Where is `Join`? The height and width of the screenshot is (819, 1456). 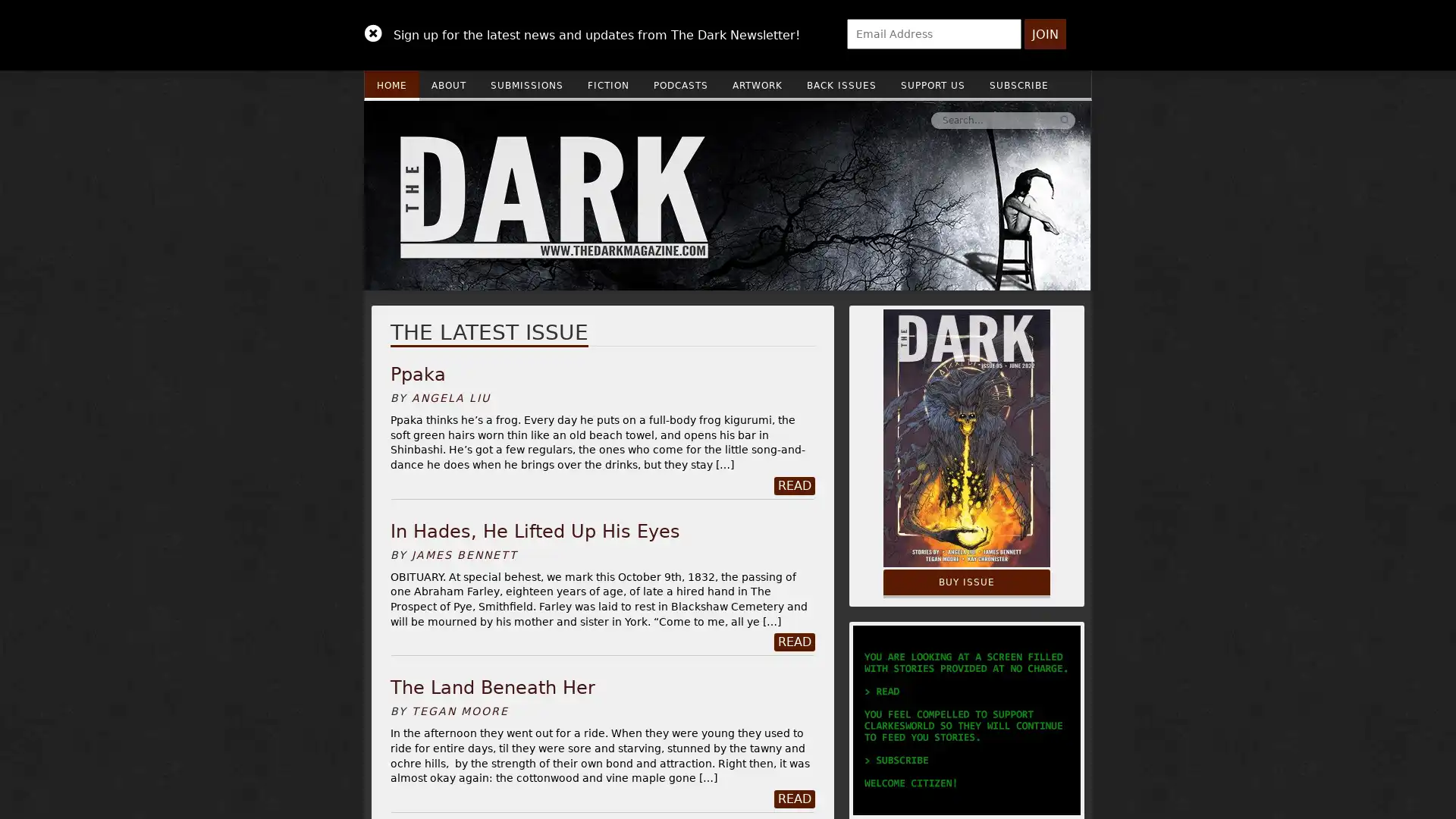 Join is located at coordinates (1044, 34).